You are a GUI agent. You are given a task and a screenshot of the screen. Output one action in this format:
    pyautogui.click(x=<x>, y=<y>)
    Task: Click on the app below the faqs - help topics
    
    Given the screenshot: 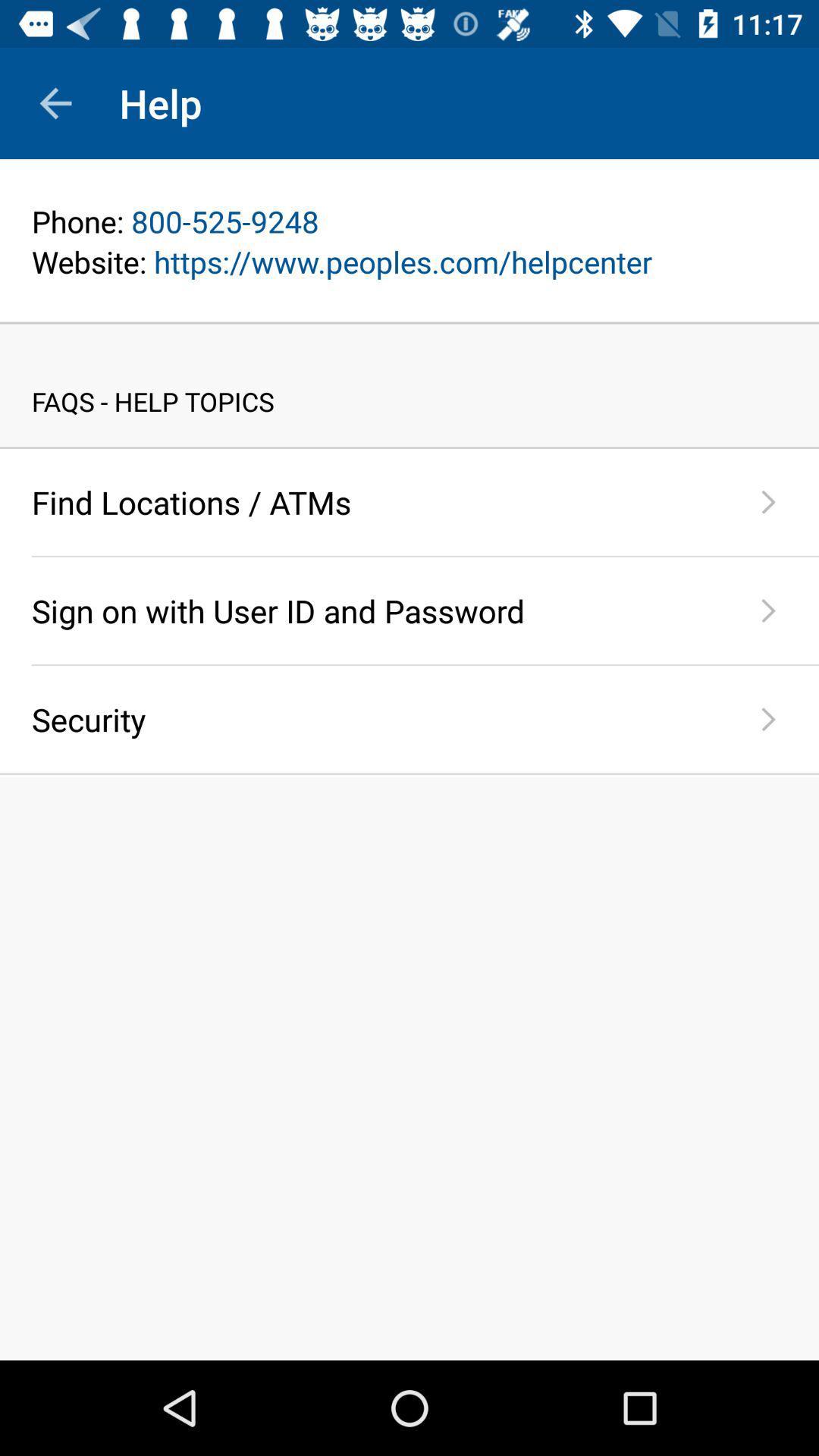 What is the action you would take?
    pyautogui.click(x=409, y=447)
    